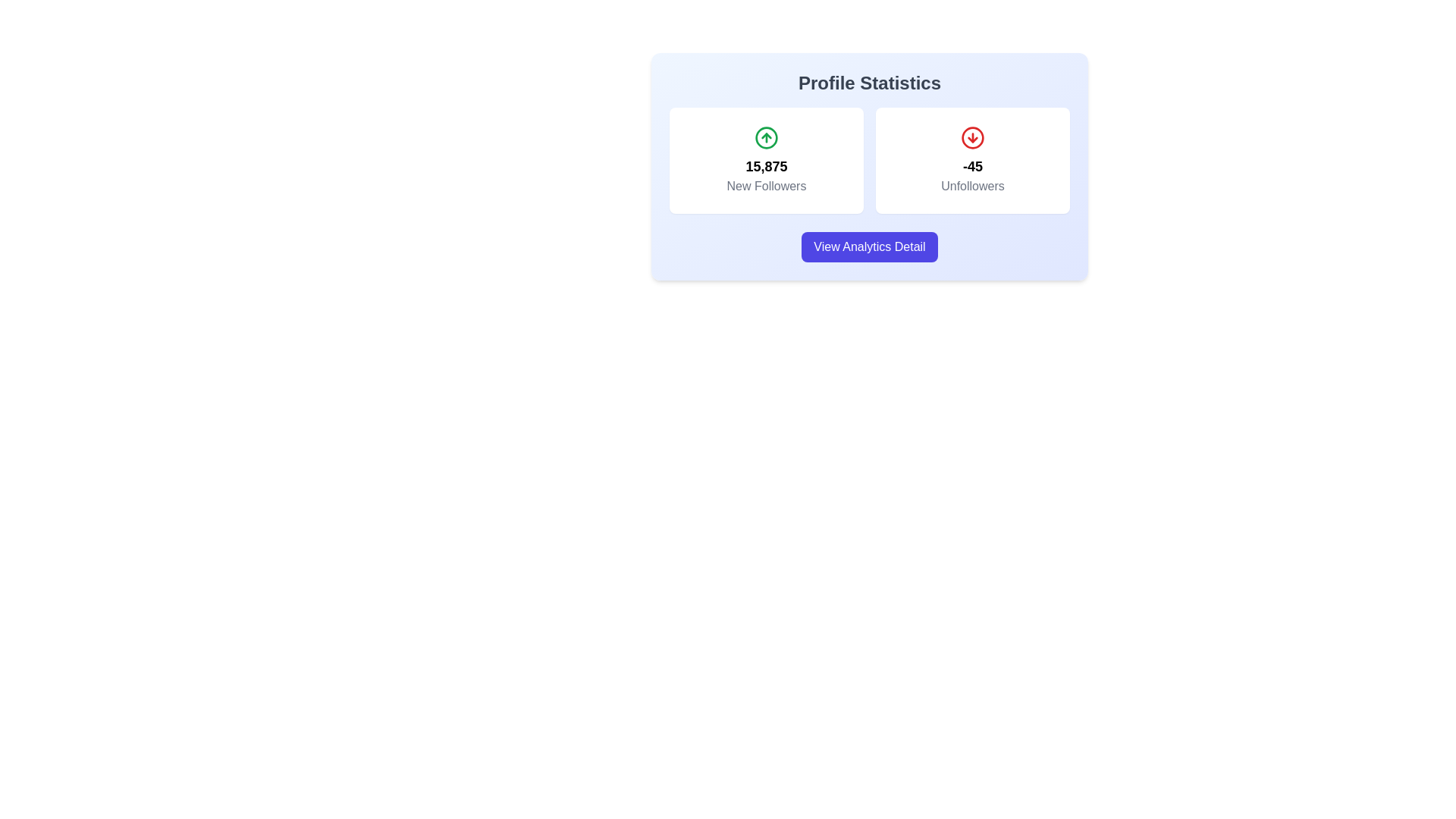 This screenshot has width=1456, height=819. What do you see at coordinates (767, 137) in the screenshot?
I see `the circular icon with a green outline and an upward-pointing arrow located under the 'Profile Statistics' section, above the number '15,875'` at bounding box center [767, 137].